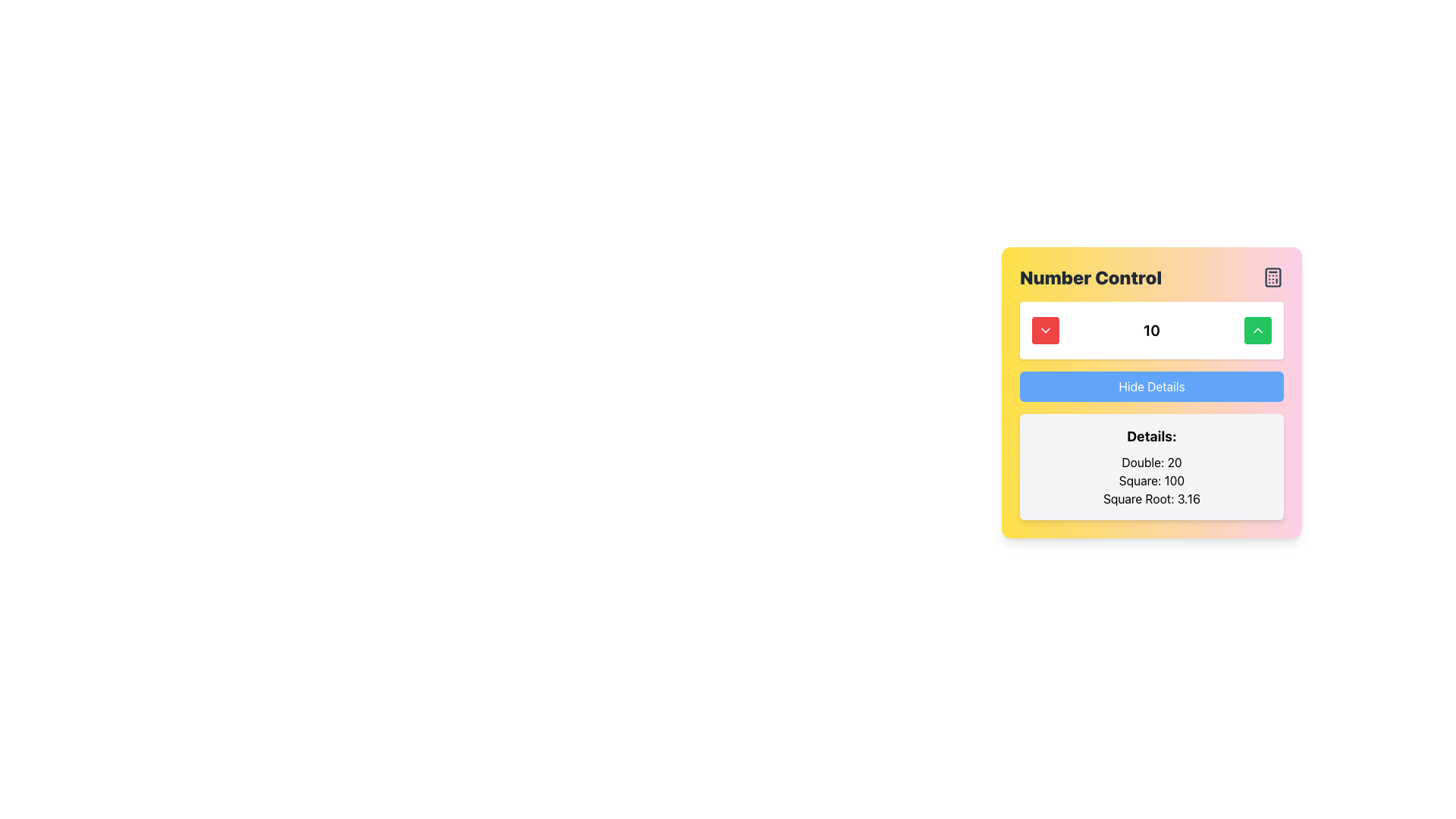  What do you see at coordinates (1151, 385) in the screenshot?
I see `the rectangular button with a blue background and white text that reads 'Hide Details'` at bounding box center [1151, 385].